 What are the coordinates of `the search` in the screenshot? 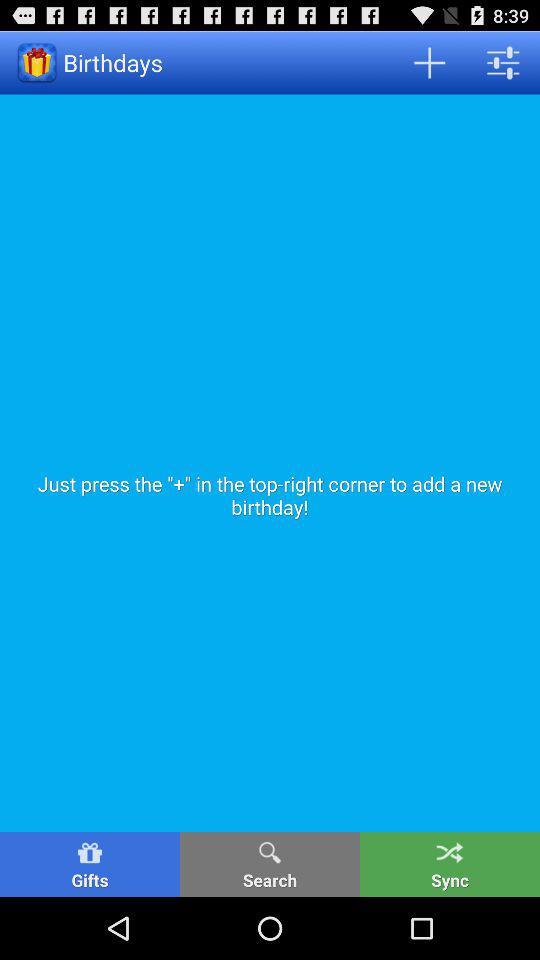 It's located at (270, 863).